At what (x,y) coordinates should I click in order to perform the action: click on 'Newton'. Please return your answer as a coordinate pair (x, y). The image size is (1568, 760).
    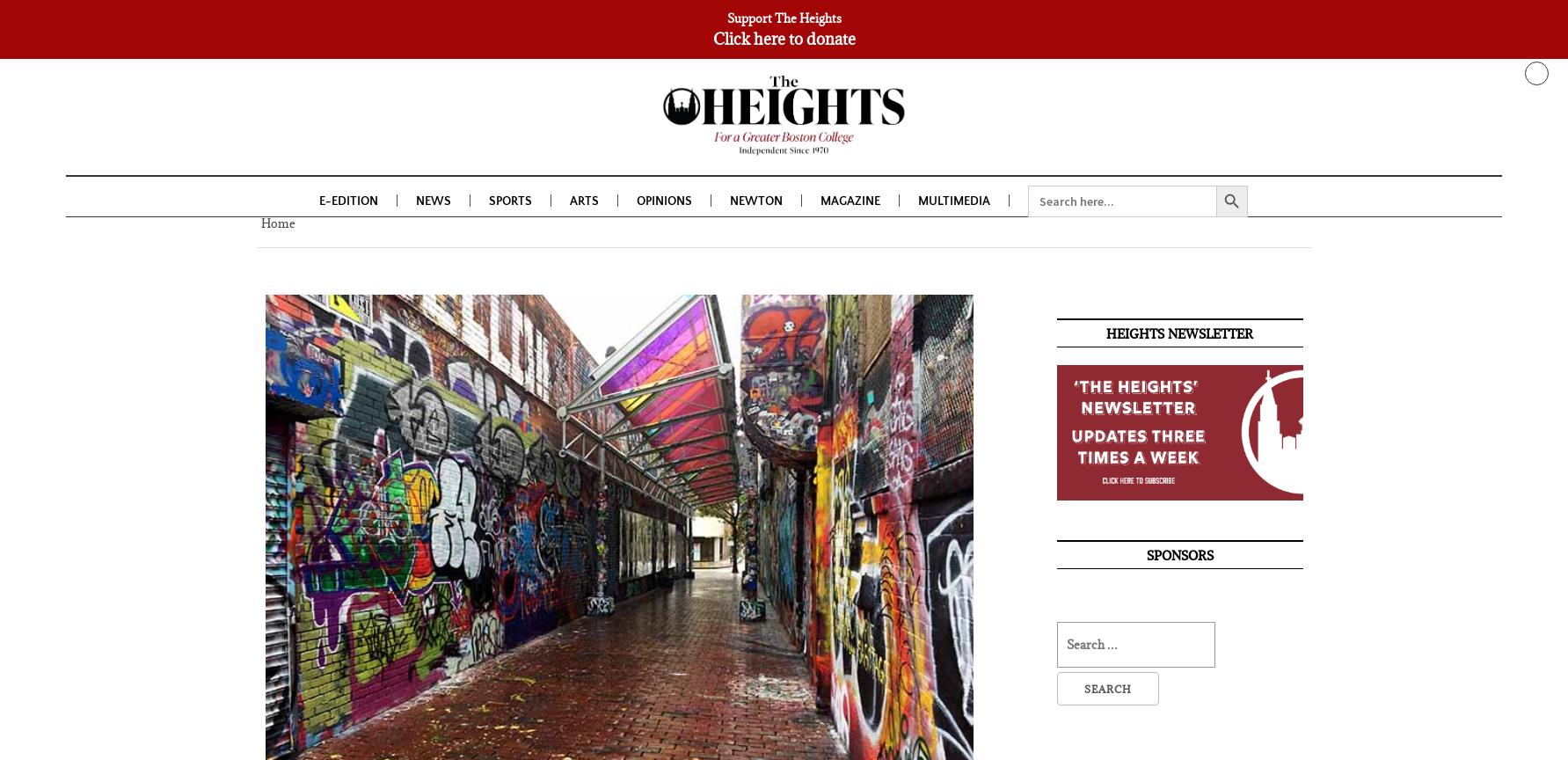
    Looking at the image, I should click on (755, 205).